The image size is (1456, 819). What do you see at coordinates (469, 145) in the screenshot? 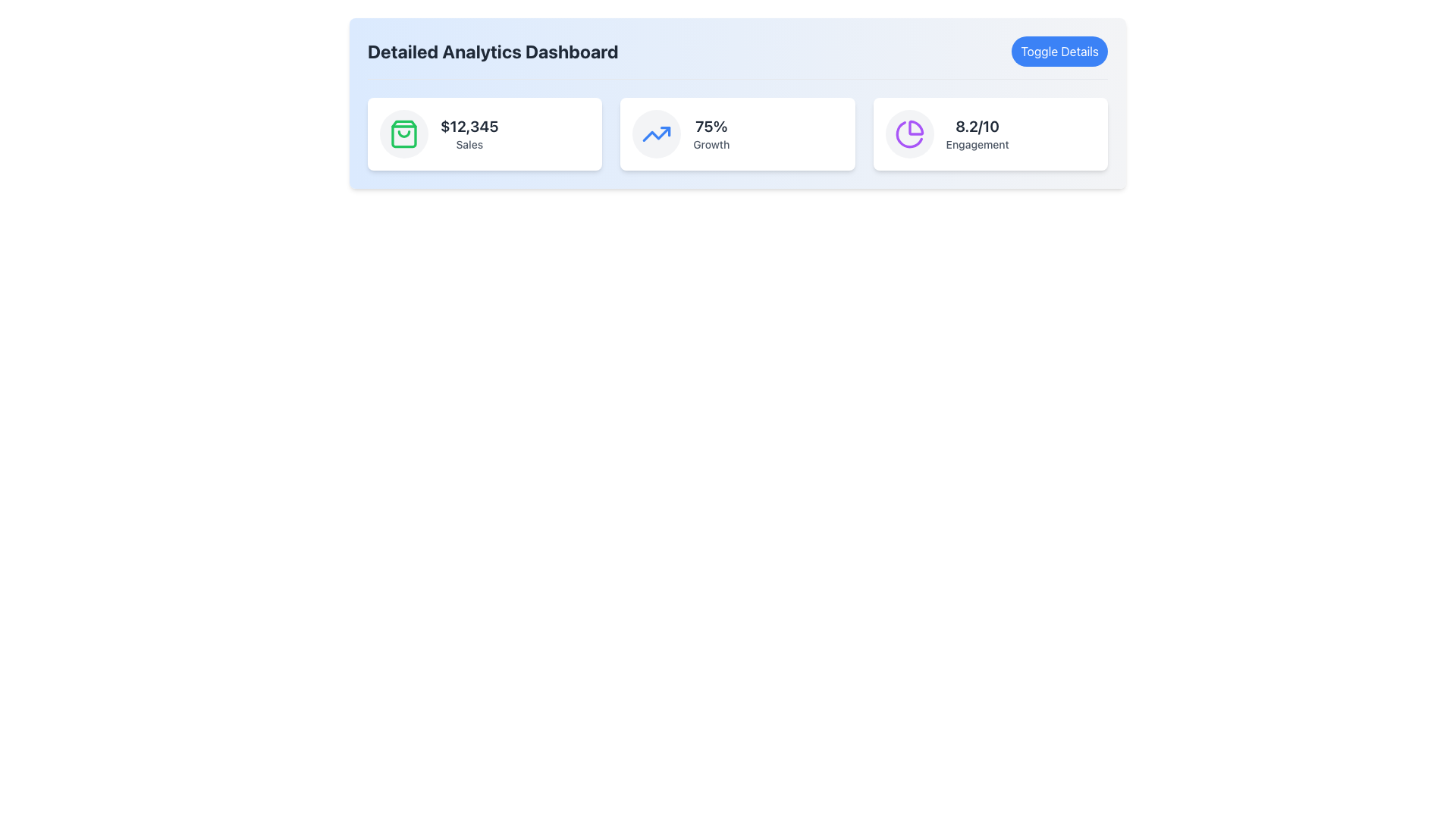
I see `the Static Text Label displaying 'Sales', which is located directly below the numerical text '$12,345' in the top-left card of the dashboard` at bounding box center [469, 145].